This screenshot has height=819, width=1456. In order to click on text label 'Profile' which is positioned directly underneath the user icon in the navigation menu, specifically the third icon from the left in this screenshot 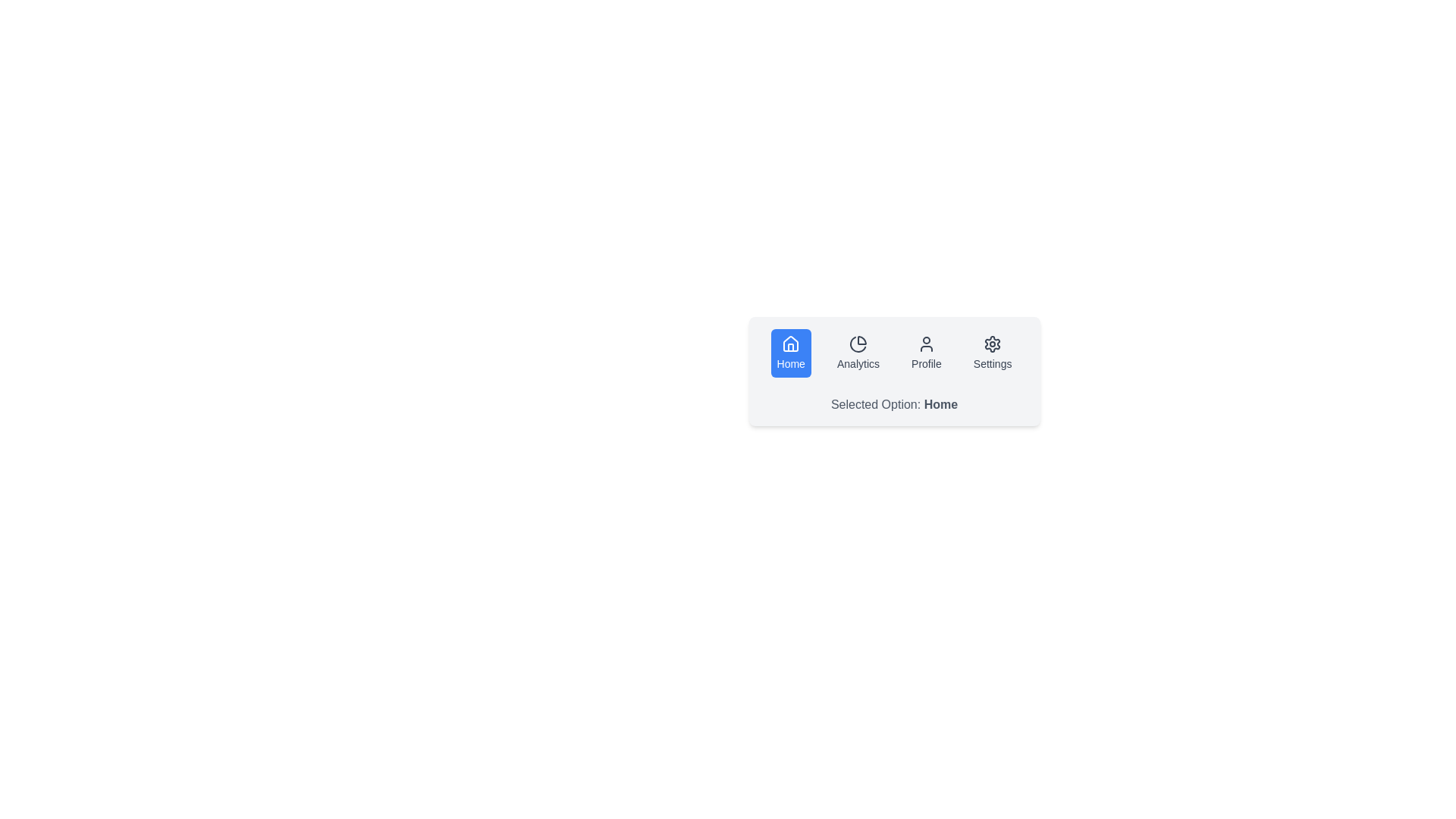, I will do `click(925, 363)`.